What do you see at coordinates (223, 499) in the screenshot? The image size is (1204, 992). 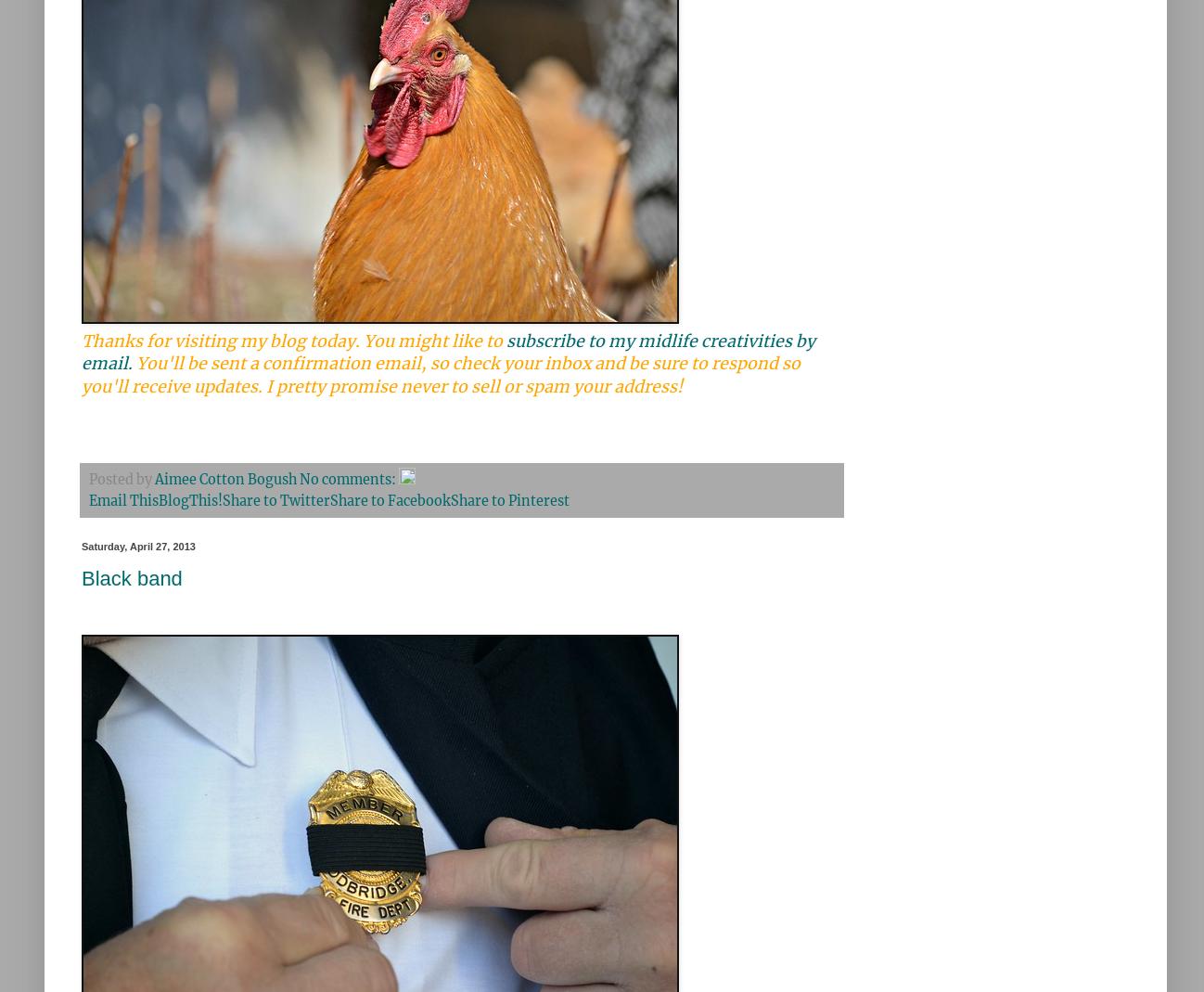 I see `'Share to Twitter'` at bounding box center [223, 499].